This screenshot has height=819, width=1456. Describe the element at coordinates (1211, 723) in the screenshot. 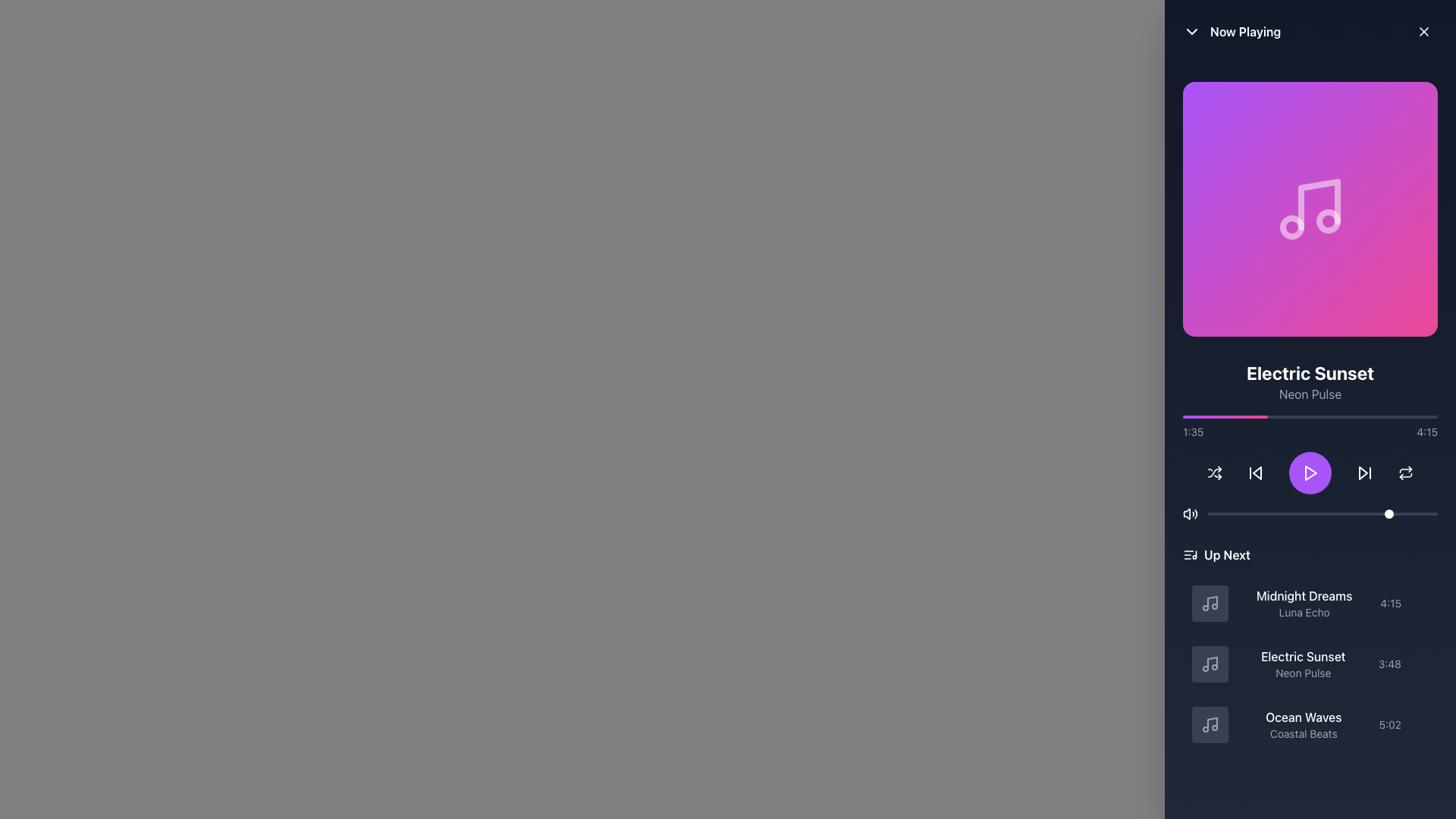

I see `the music note silhouette icon located in the 'Up Next' list of the media player UI for accessibility purposes` at that location.